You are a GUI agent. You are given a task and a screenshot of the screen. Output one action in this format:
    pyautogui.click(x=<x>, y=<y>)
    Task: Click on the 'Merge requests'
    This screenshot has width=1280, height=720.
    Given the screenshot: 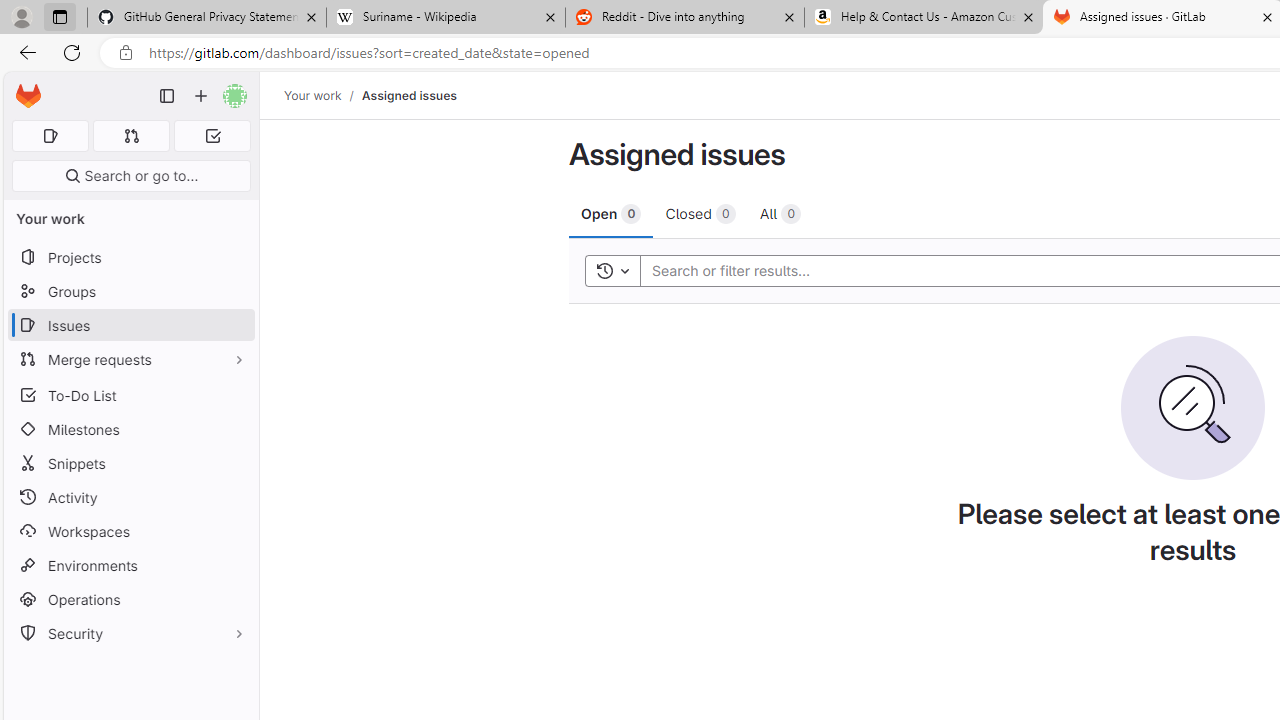 What is the action you would take?
    pyautogui.click(x=130, y=358)
    